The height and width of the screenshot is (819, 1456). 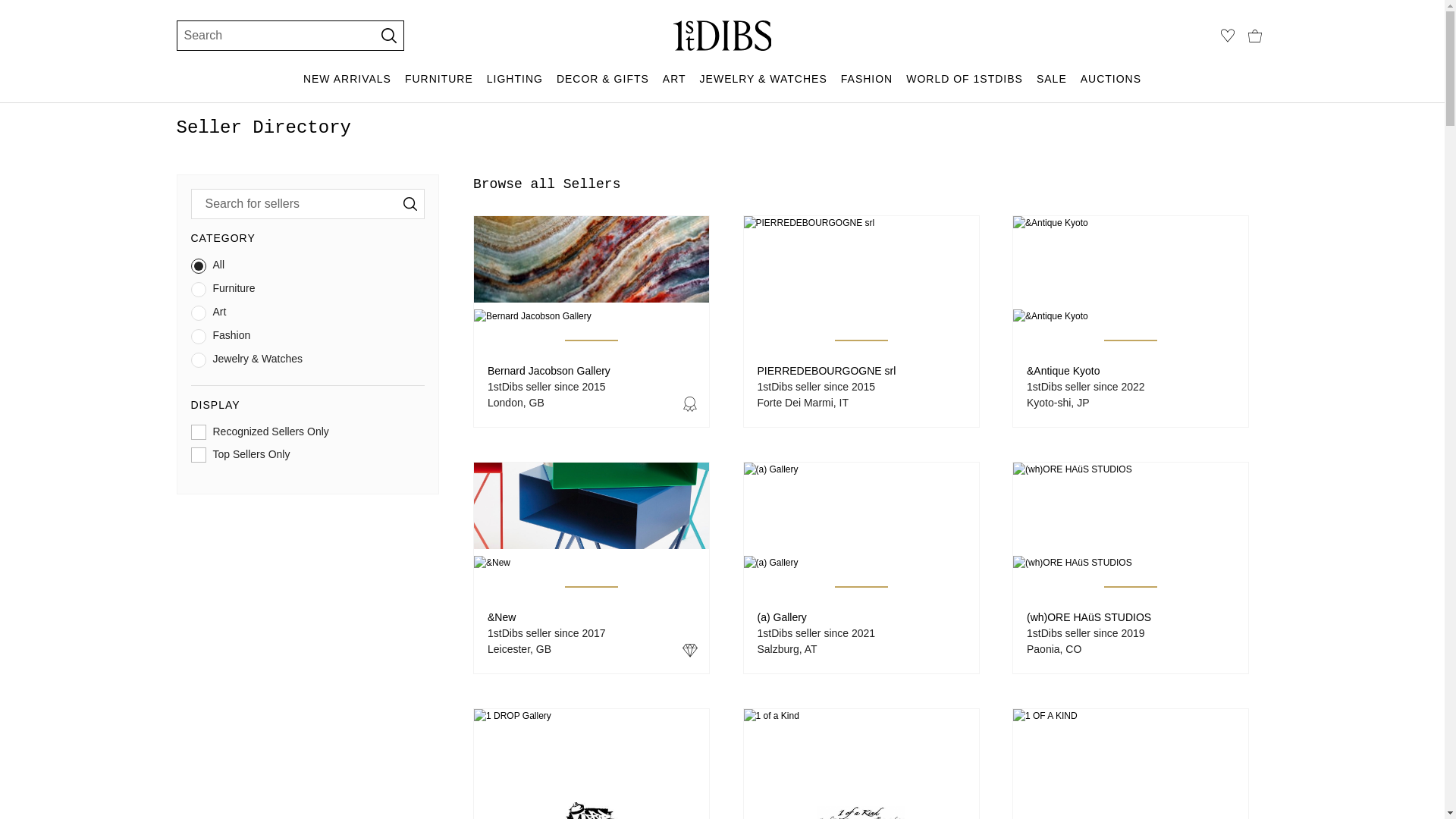 What do you see at coordinates (487, 86) in the screenshot?
I see `'LIGHTING'` at bounding box center [487, 86].